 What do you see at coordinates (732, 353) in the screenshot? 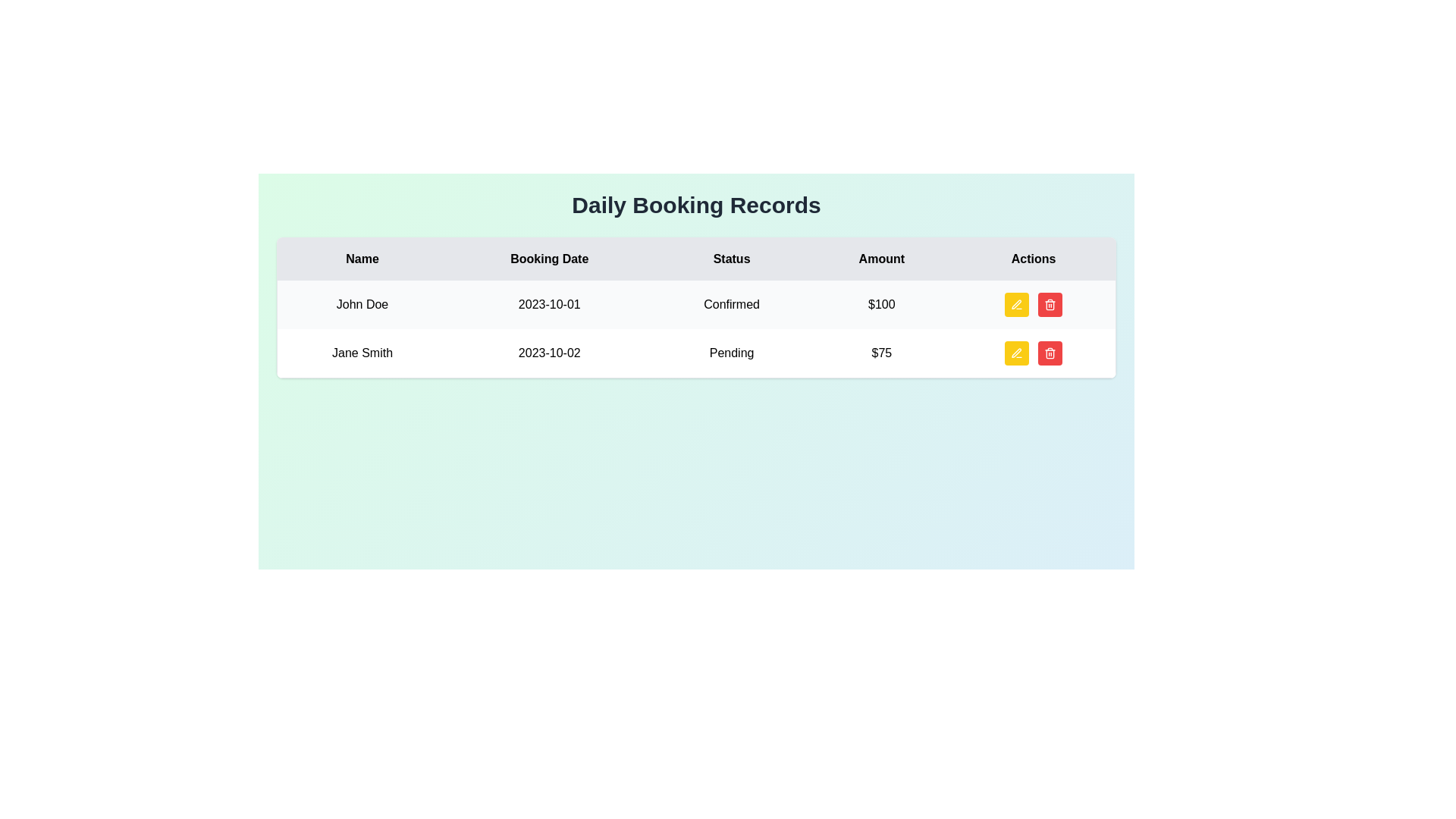
I see `the 'Pending' status text label in the 'Status' column of the 'Daily Booking Records' table, located between '2023-10-02' and '$75'` at bounding box center [732, 353].